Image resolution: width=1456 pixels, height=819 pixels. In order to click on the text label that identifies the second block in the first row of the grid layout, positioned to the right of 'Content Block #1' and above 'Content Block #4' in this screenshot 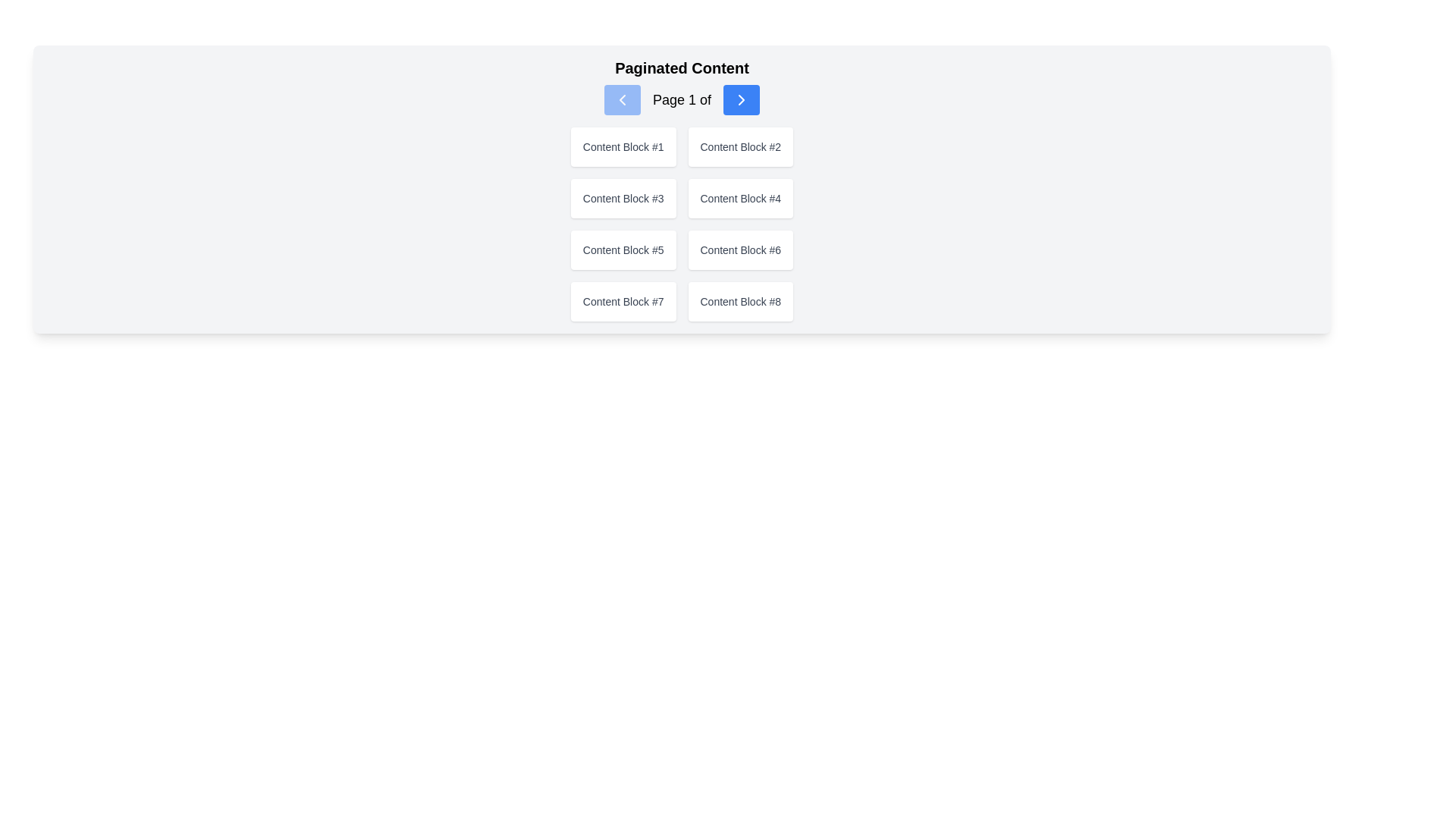, I will do `click(740, 146)`.